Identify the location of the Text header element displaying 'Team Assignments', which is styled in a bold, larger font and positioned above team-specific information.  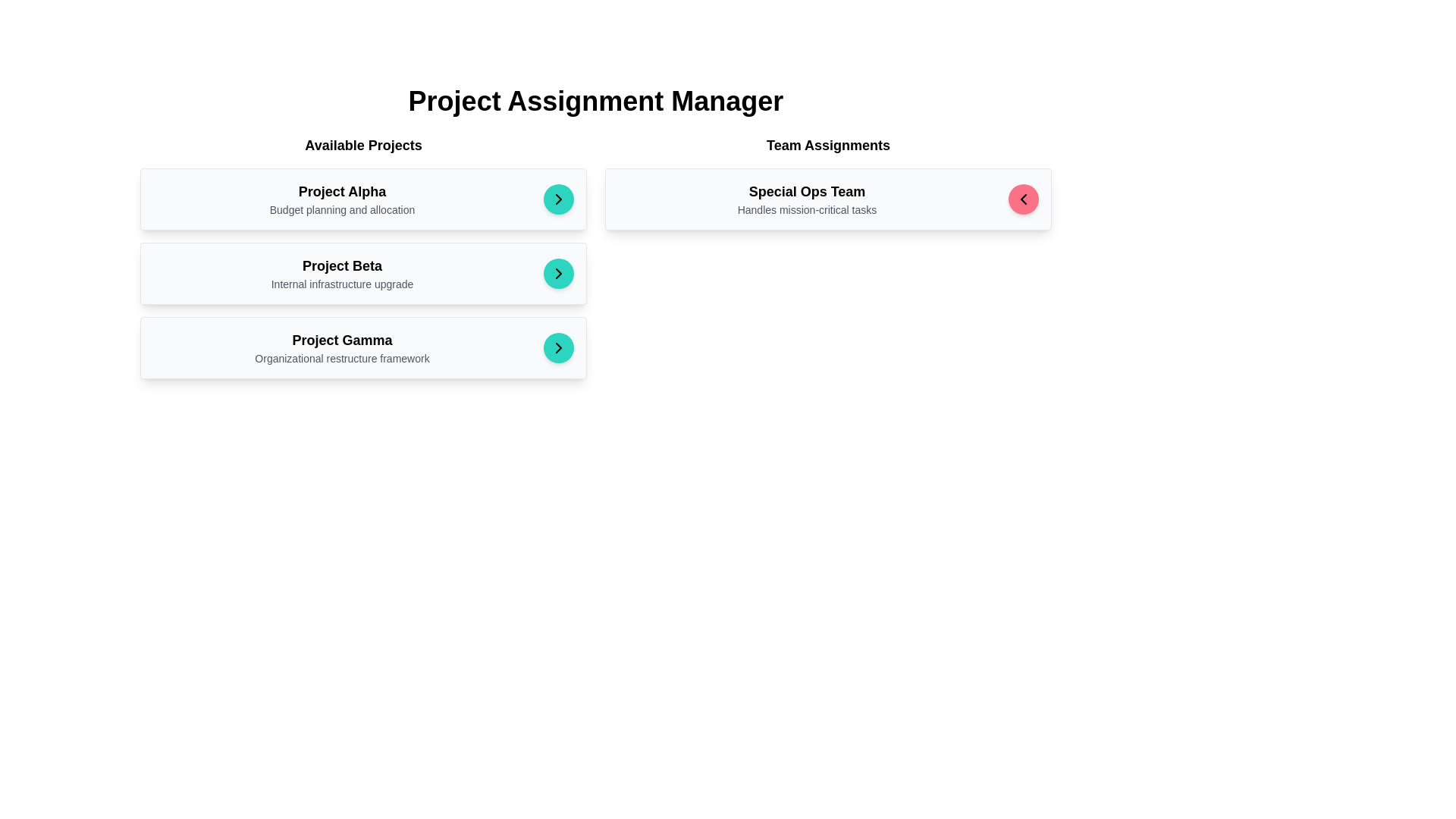
(827, 146).